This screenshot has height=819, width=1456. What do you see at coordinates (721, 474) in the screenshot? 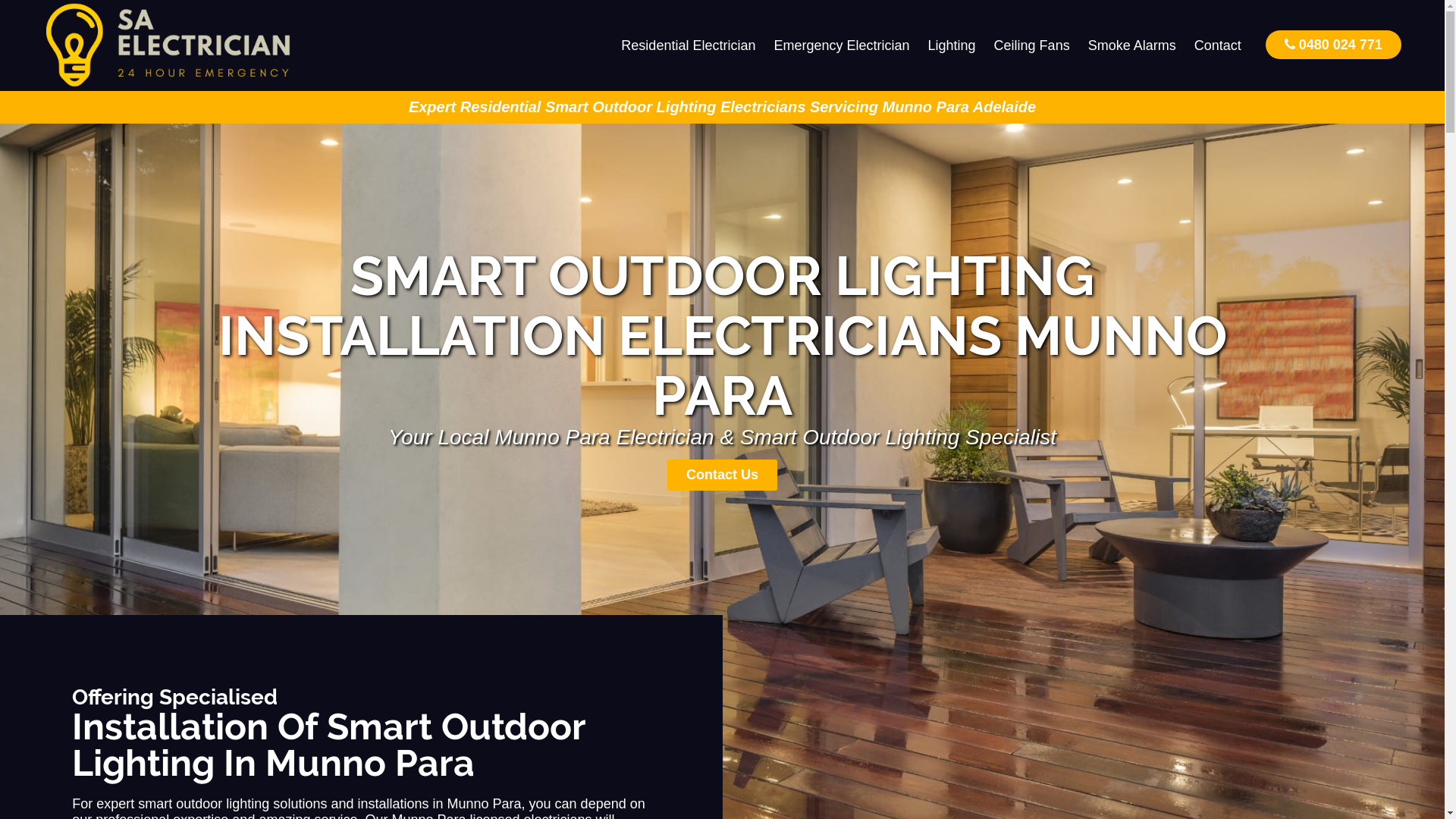
I see `'Contact Us'` at bounding box center [721, 474].